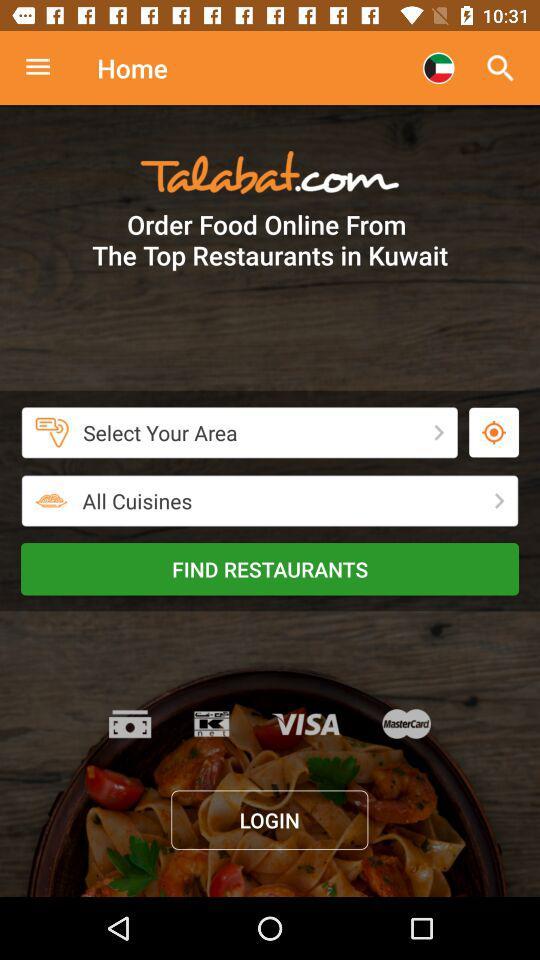 The image size is (540, 960). What do you see at coordinates (438, 68) in the screenshot?
I see `the icon just to the left of search icon` at bounding box center [438, 68].